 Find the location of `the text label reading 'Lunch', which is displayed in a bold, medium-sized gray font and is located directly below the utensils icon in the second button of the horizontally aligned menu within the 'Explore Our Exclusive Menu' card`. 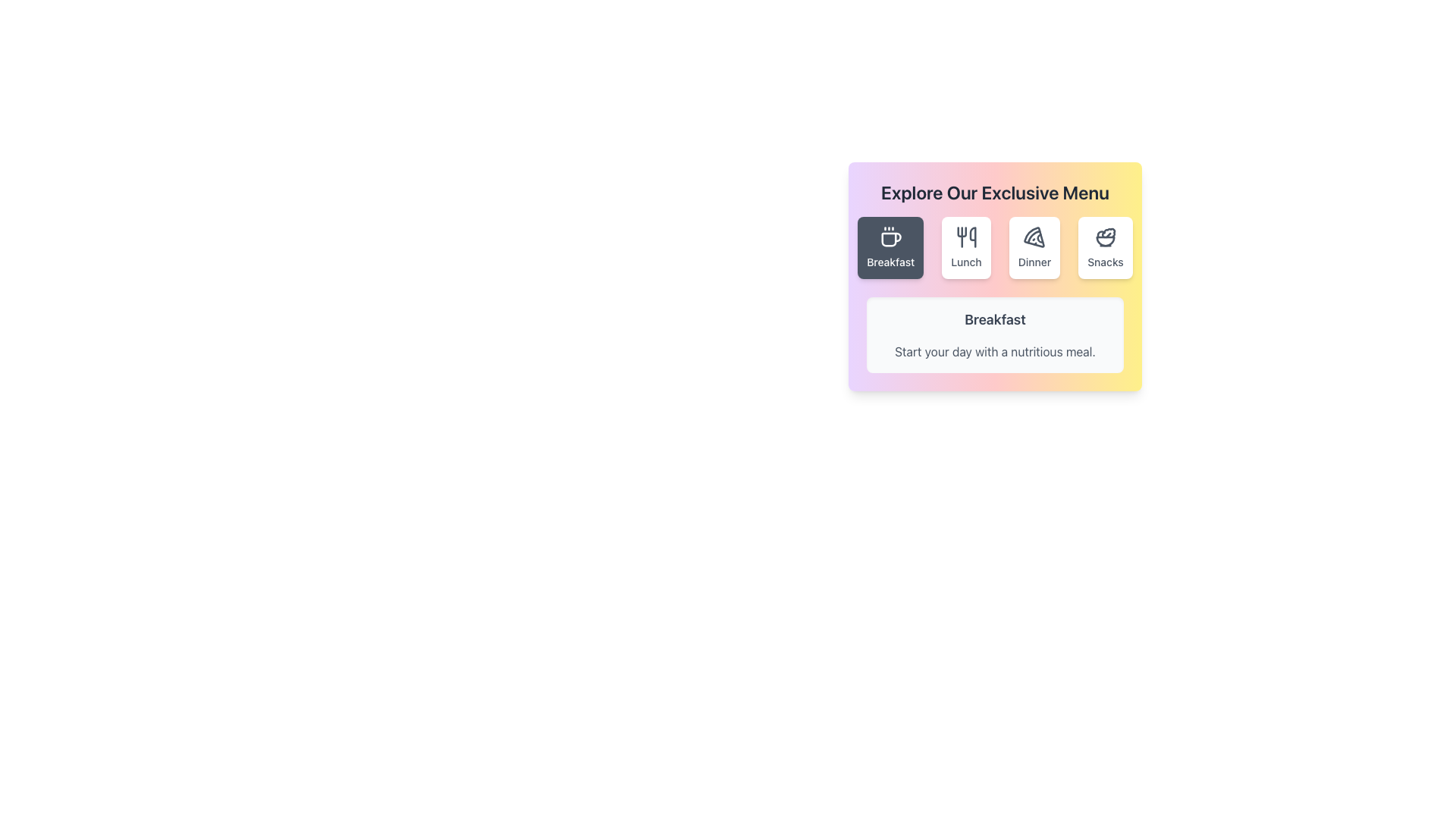

the text label reading 'Lunch', which is displayed in a bold, medium-sized gray font and is located directly below the utensils icon in the second button of the horizontally aligned menu within the 'Explore Our Exclusive Menu' card is located at coordinates (965, 262).